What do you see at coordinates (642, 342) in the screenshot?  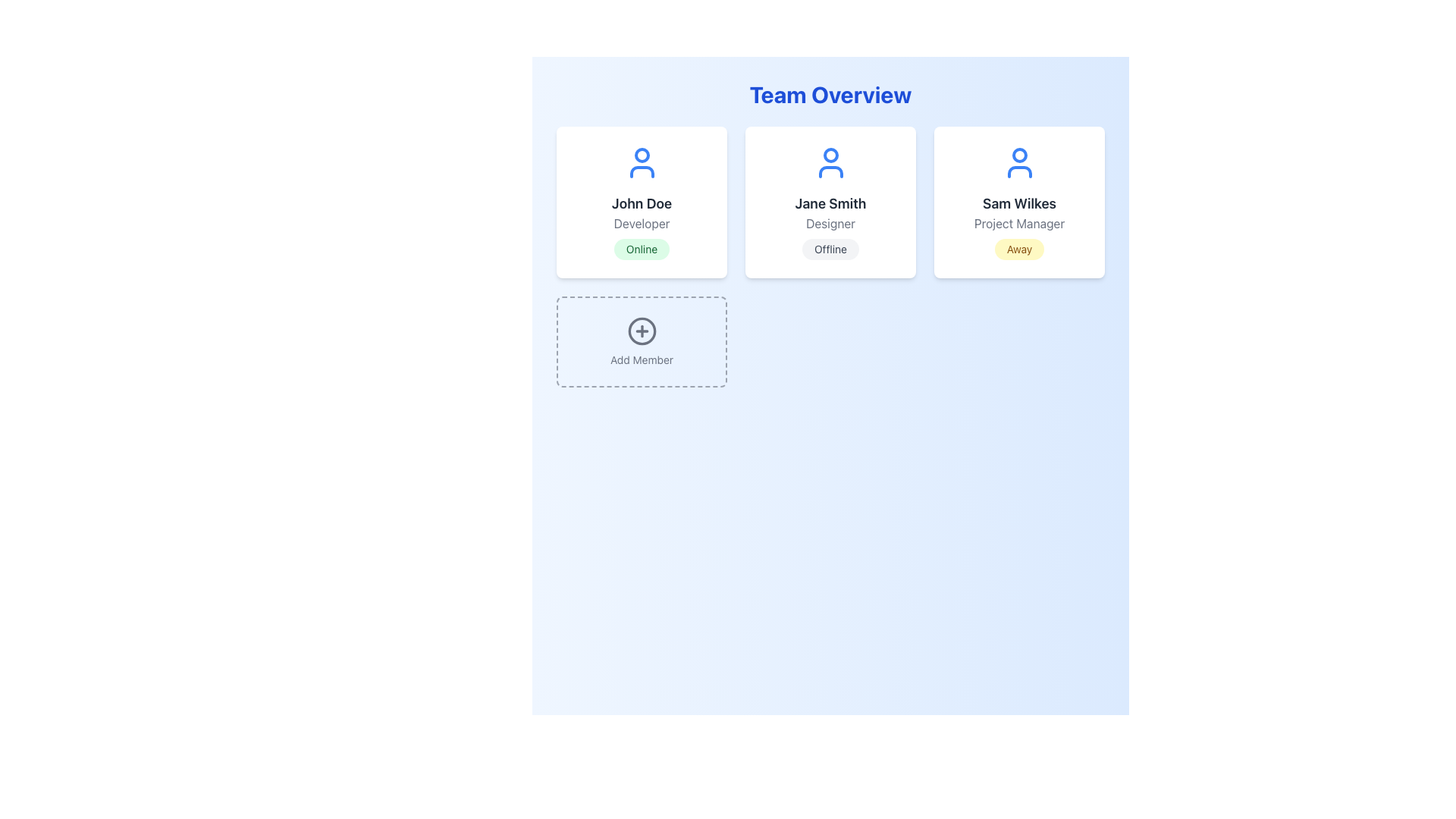 I see `the 'Add Member' button, which is a rectangular button with a dashed border and a plus icon in the center, located in the lower-left corner of a grid layout` at bounding box center [642, 342].